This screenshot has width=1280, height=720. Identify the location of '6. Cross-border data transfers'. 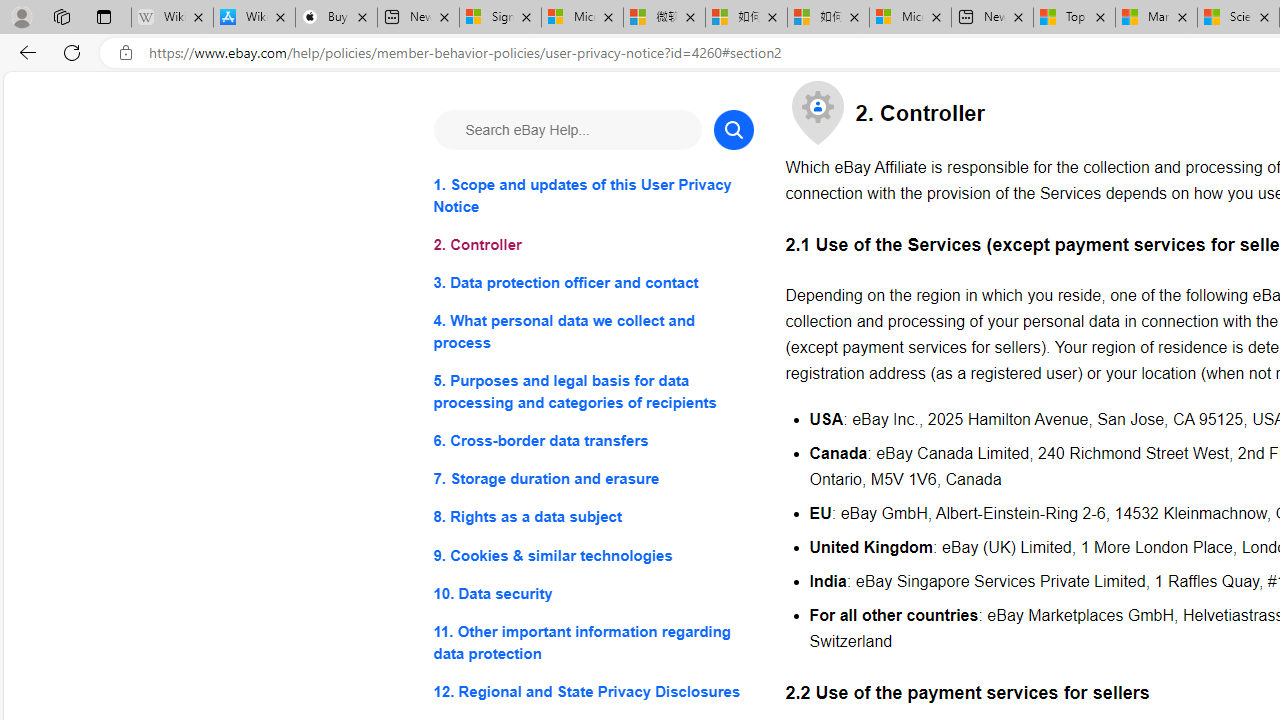
(592, 440).